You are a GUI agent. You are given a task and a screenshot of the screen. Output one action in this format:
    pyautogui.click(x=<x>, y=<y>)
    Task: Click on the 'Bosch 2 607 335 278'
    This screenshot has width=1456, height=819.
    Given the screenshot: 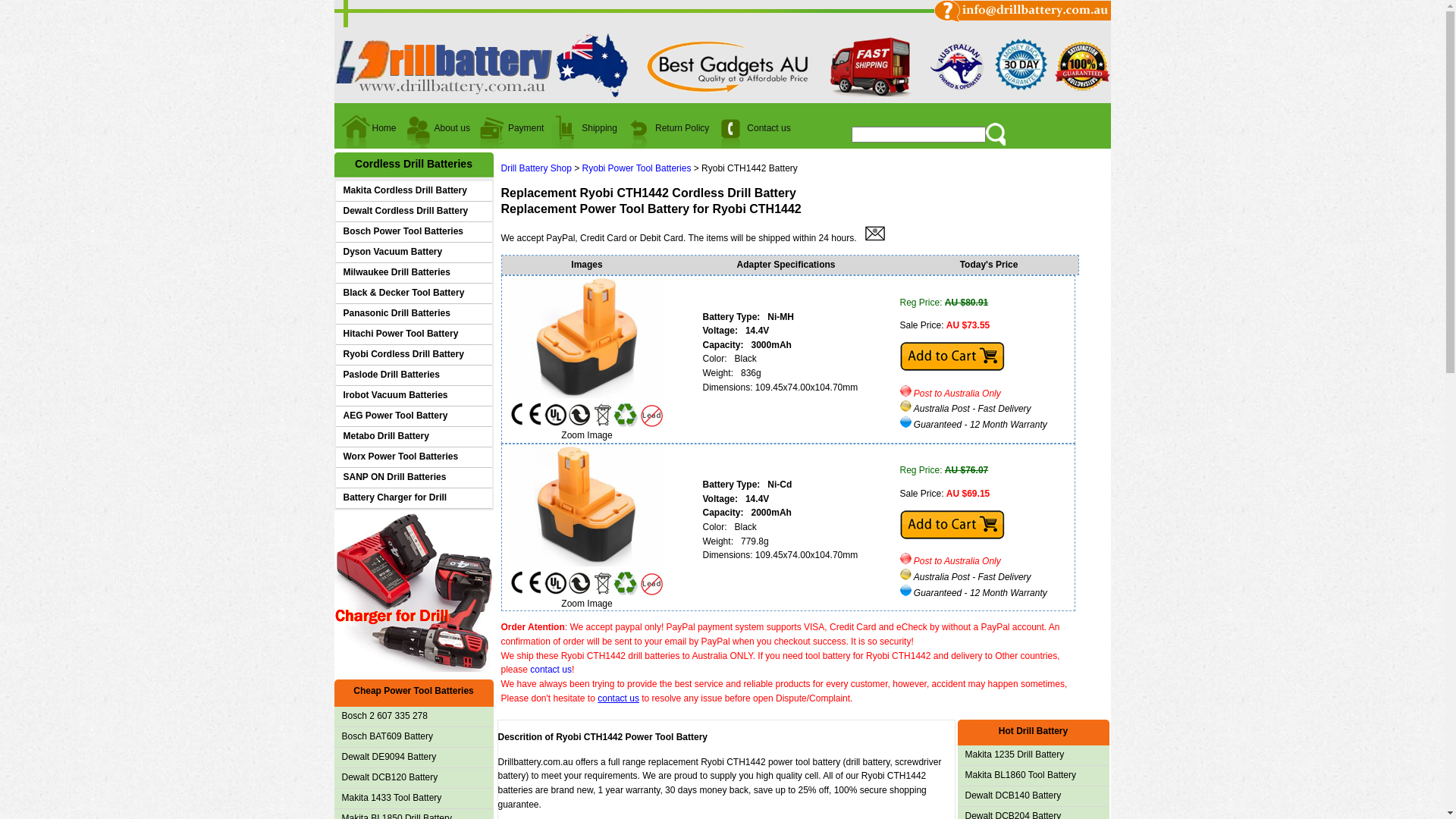 What is the action you would take?
    pyautogui.click(x=333, y=717)
    